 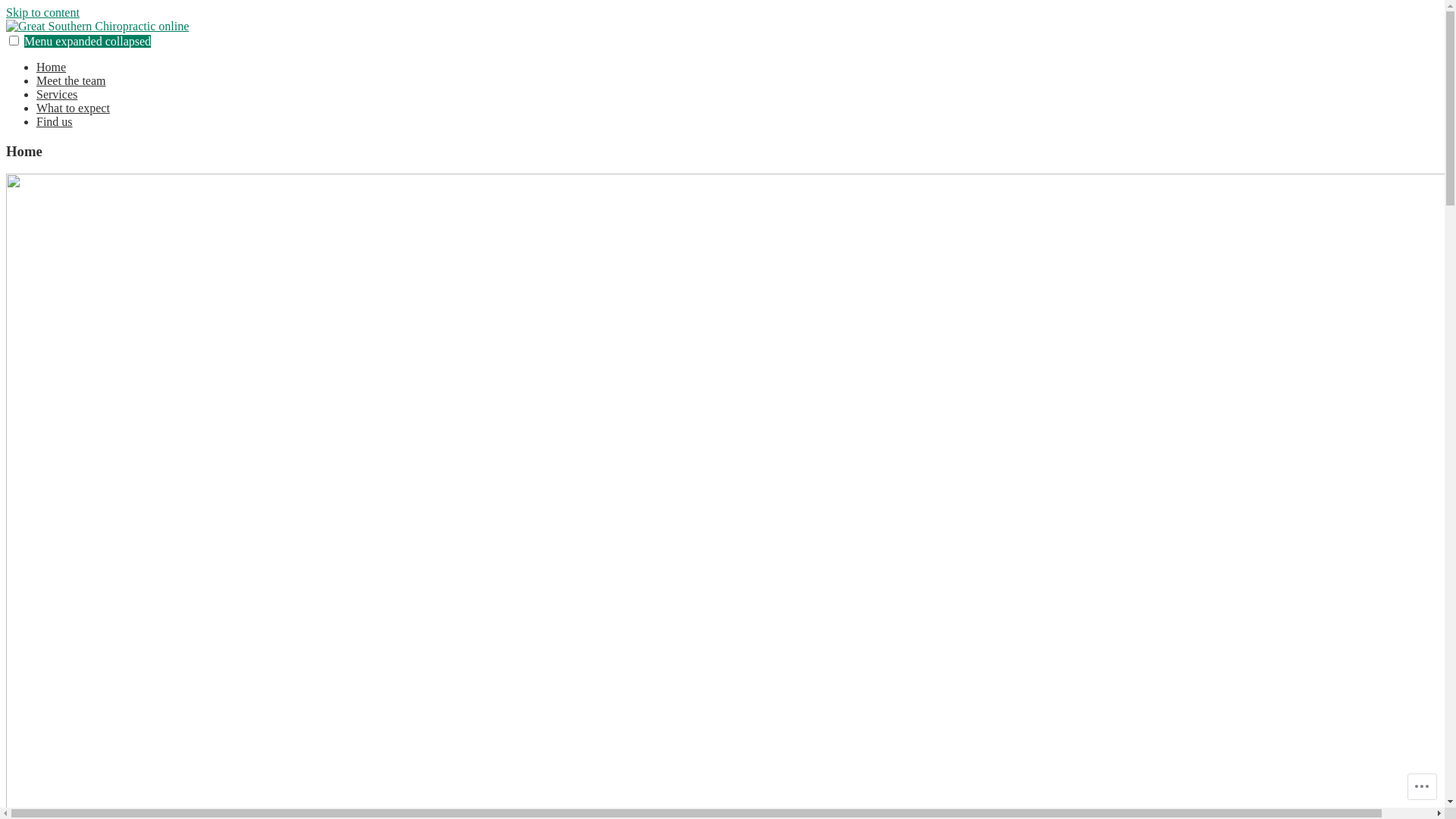 What do you see at coordinates (90, 51) in the screenshot?
I see `'Great Southern Chiropractic online'` at bounding box center [90, 51].